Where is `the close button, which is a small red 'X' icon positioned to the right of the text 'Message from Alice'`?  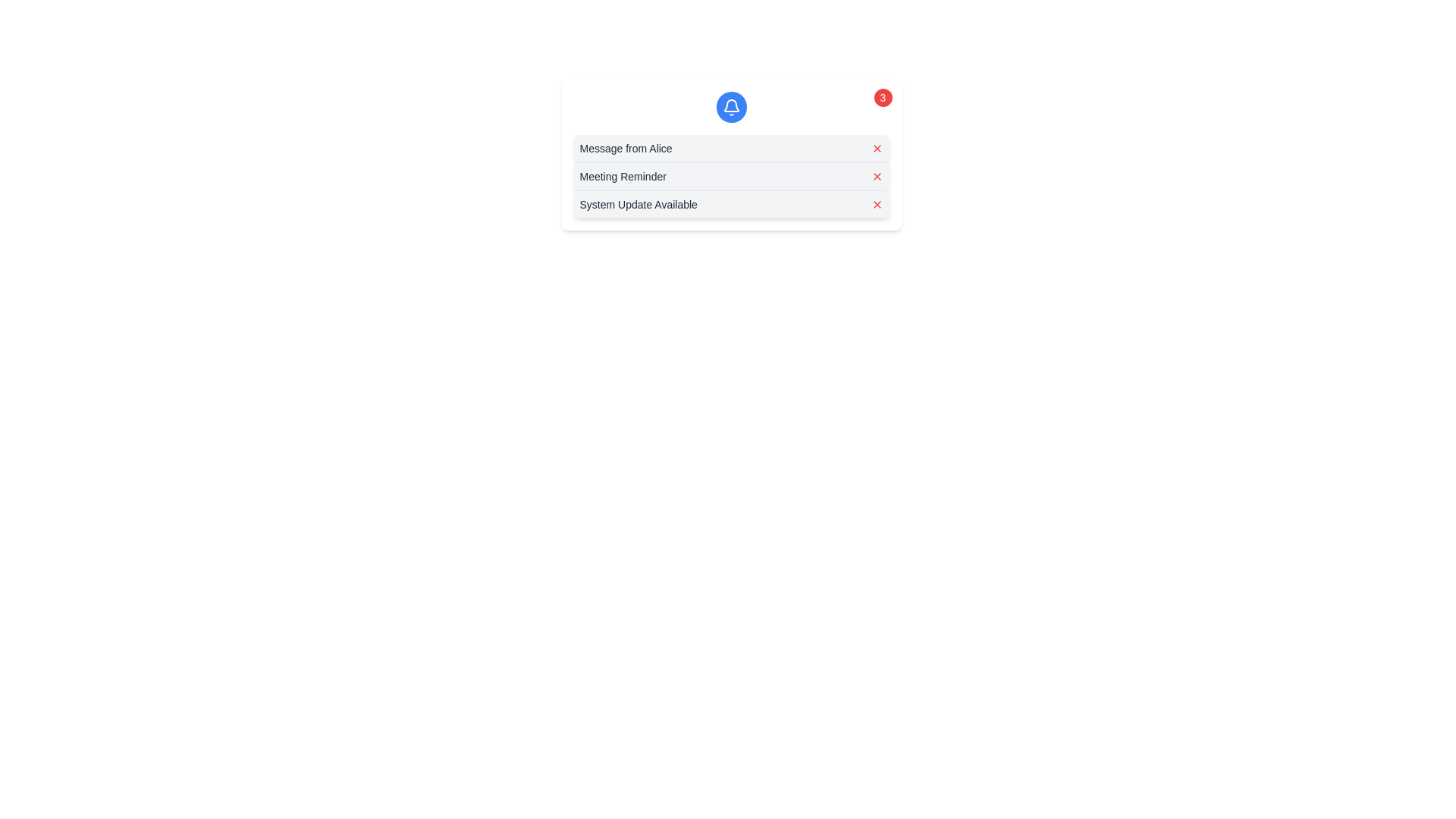
the close button, which is a small red 'X' icon positioned to the right of the text 'Message from Alice' is located at coordinates (877, 148).